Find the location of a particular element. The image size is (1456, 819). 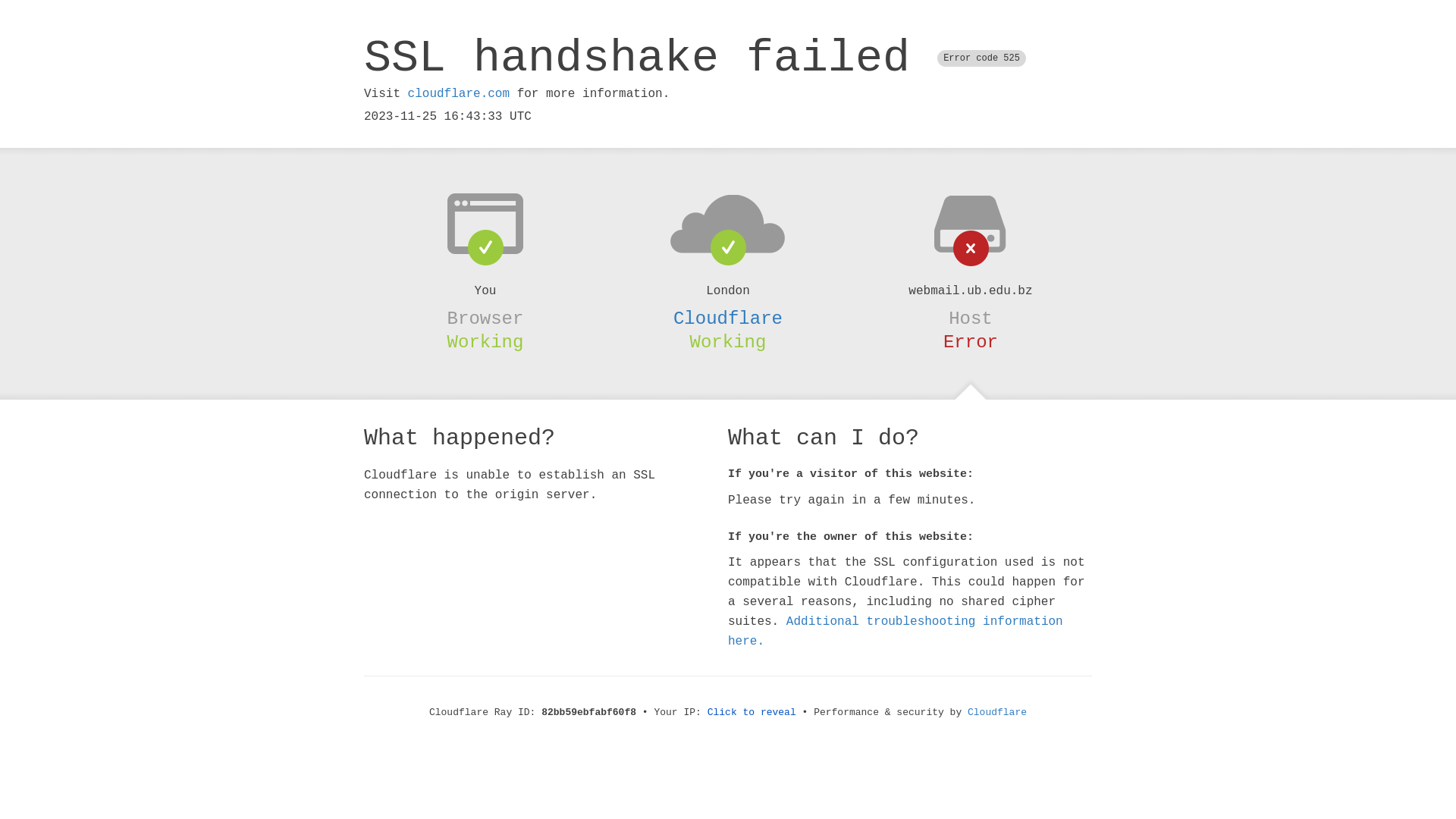

'Click to reveal' is located at coordinates (752, 712).